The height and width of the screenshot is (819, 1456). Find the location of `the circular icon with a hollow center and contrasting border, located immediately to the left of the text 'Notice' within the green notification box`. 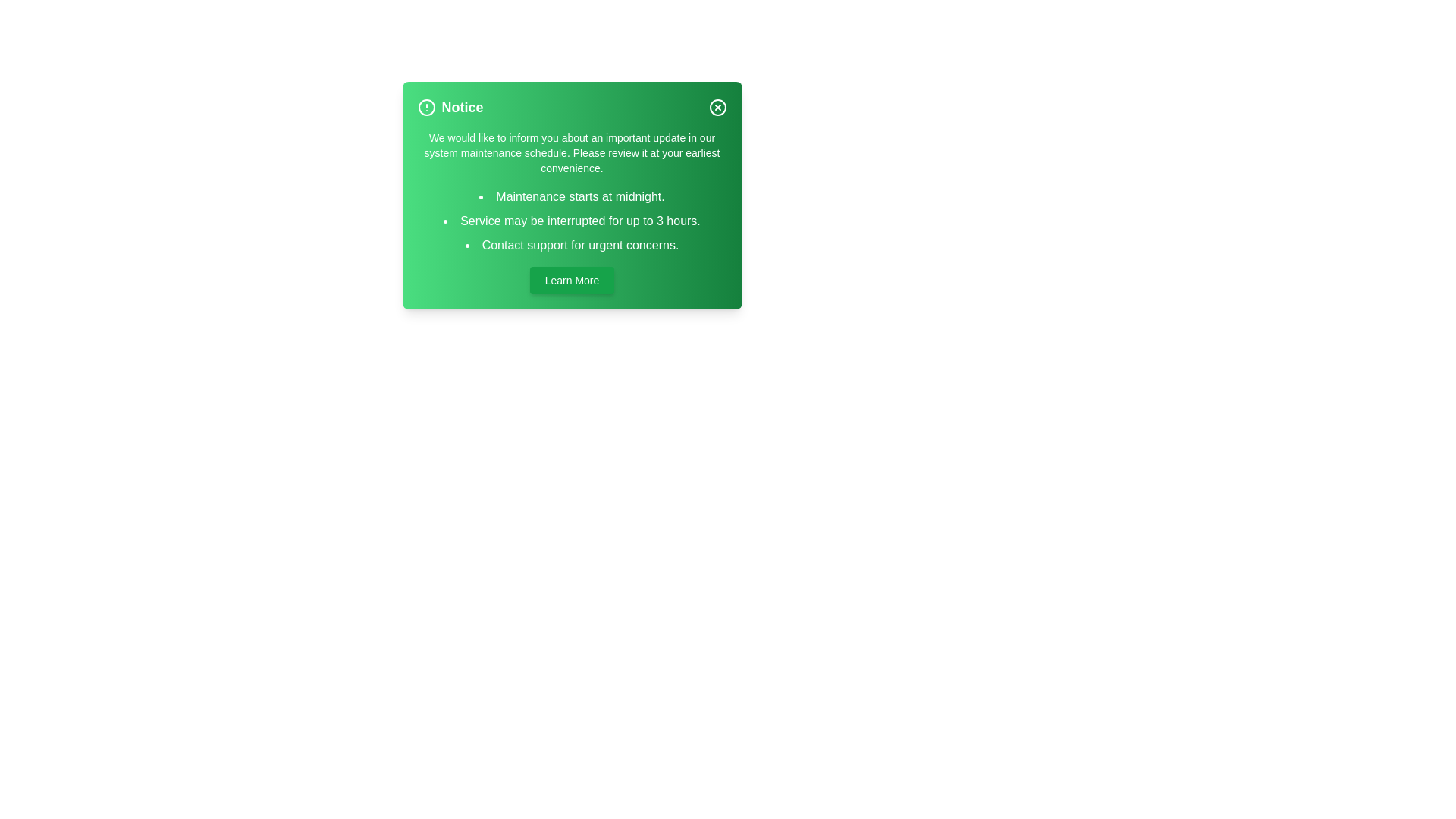

the circular icon with a hollow center and contrasting border, located immediately to the left of the text 'Notice' within the green notification box is located at coordinates (425, 107).